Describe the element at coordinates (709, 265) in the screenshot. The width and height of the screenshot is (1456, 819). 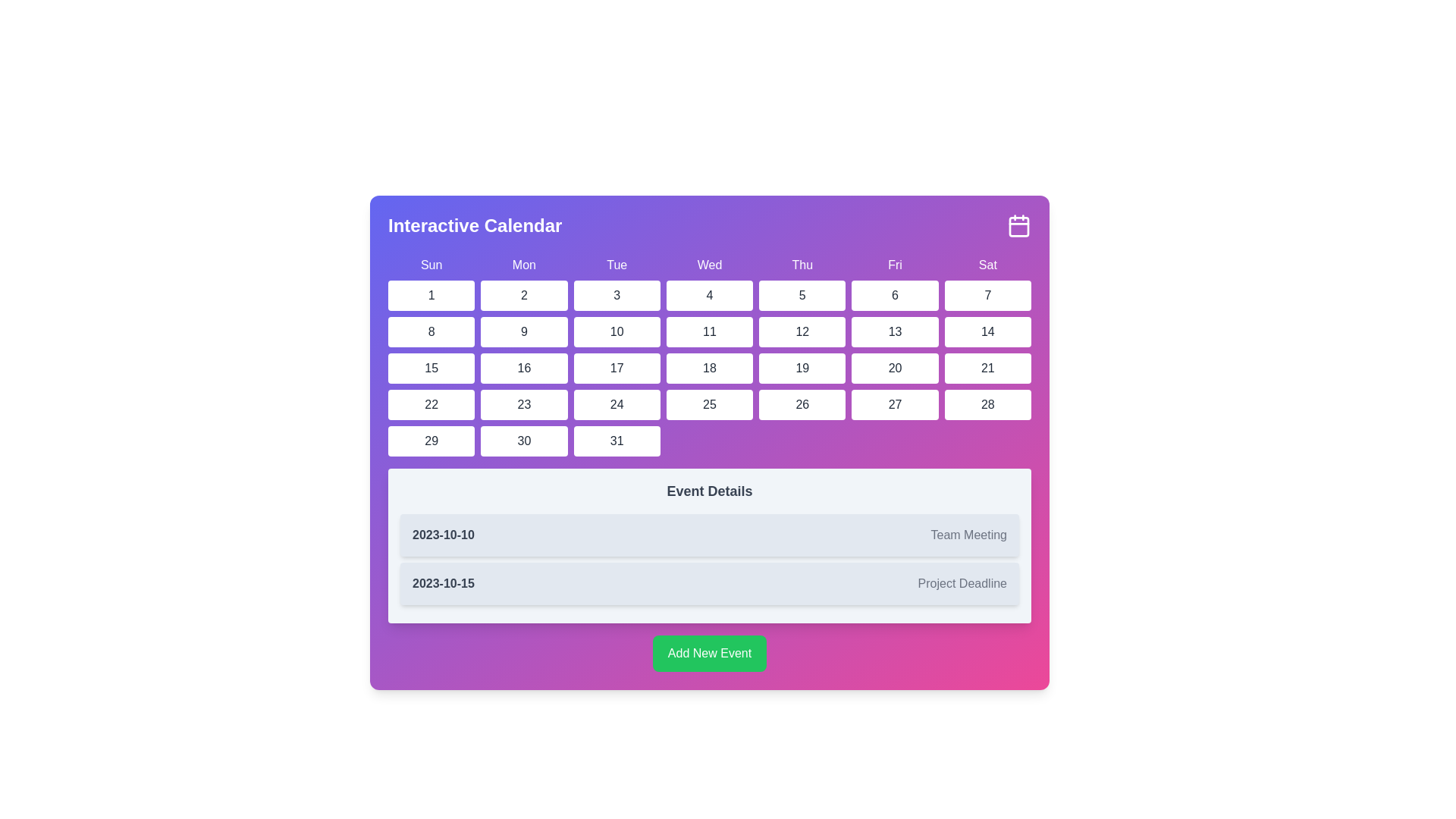
I see `the text label representing 'Wed', which is located in the middle of the topmost row of the calendar interface, between 'Tue' and 'Thu'` at that location.